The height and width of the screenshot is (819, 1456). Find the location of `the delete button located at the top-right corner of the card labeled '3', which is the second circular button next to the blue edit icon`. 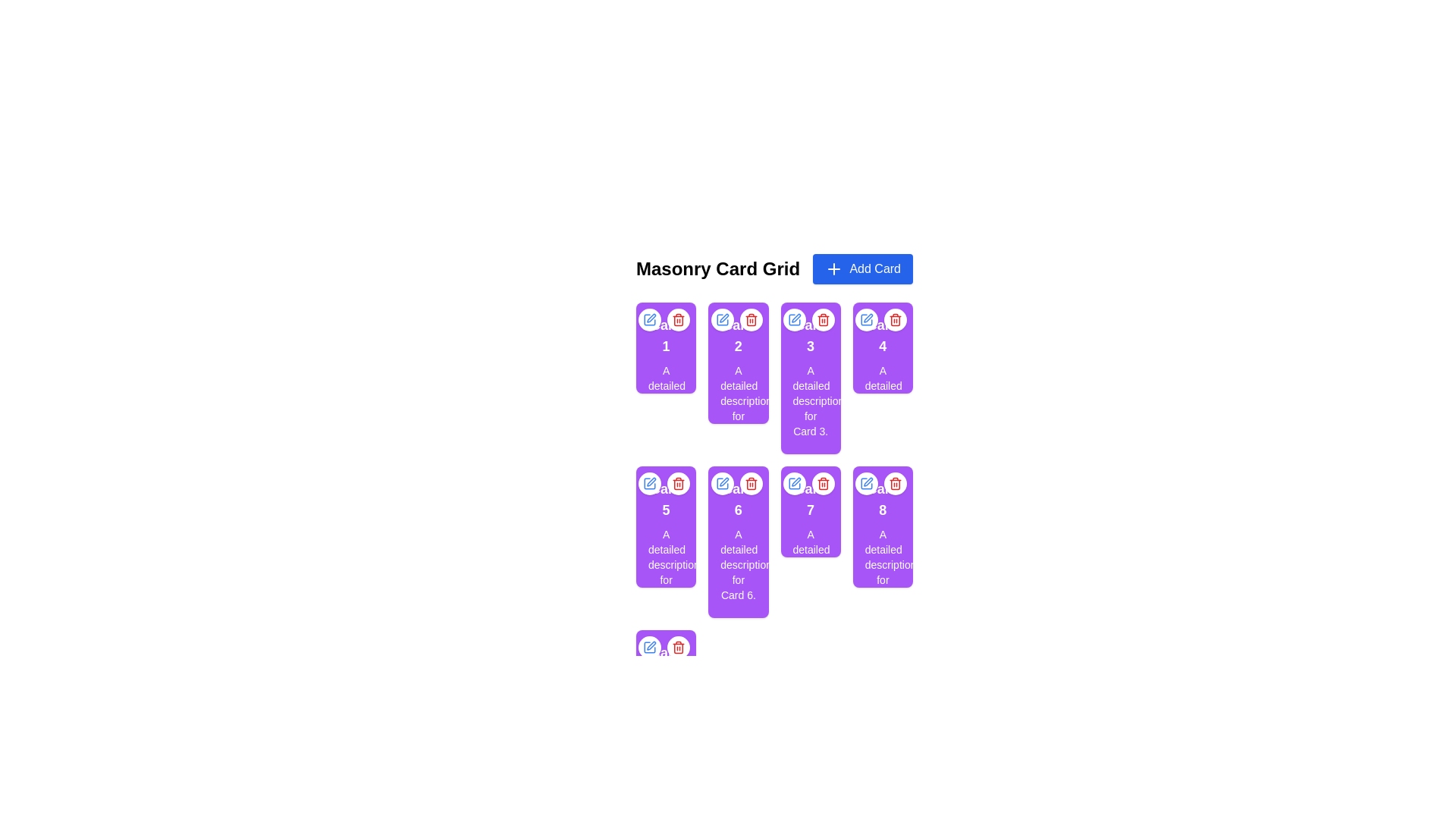

the delete button located at the top-right corner of the card labeled '3', which is the second circular button next to the blue edit icon is located at coordinates (822, 318).